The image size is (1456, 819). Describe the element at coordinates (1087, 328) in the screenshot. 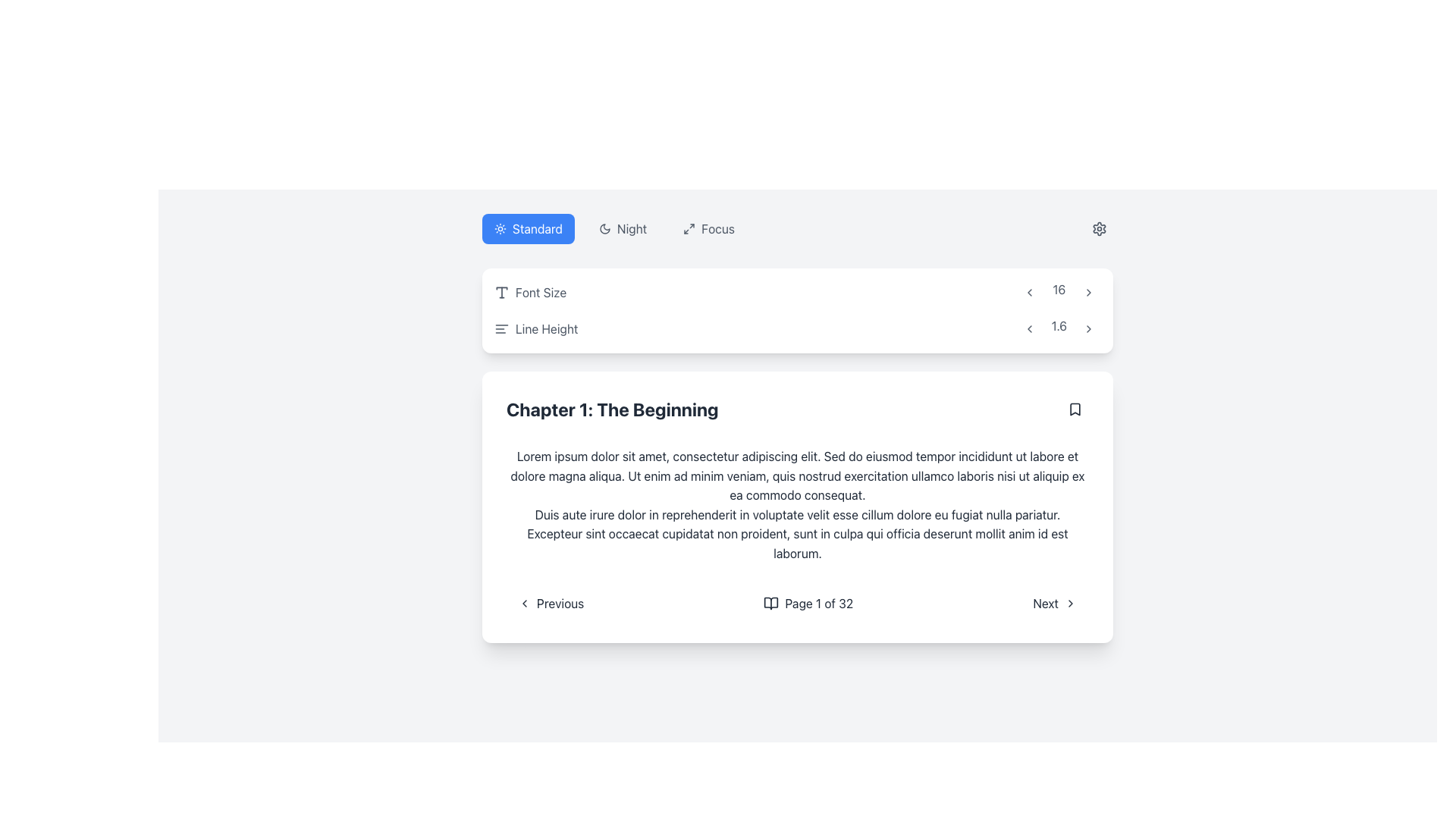

I see `the right-arrow icon button located in the top right section of the panel, adjacent to the '1.6' label, to adjust the setting incrementally` at that location.